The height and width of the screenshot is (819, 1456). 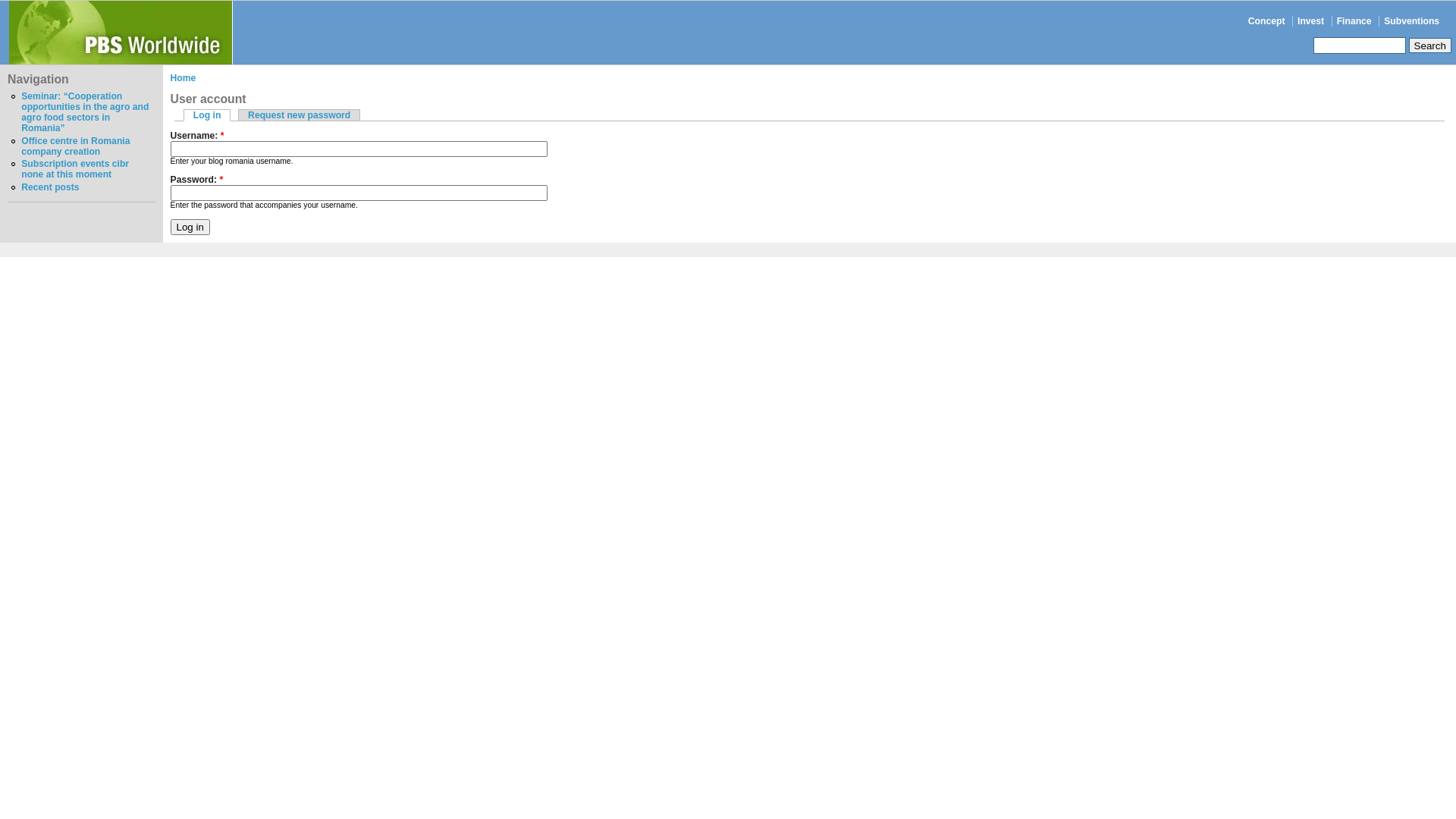 I want to click on 'Home', so click(x=182, y=78).